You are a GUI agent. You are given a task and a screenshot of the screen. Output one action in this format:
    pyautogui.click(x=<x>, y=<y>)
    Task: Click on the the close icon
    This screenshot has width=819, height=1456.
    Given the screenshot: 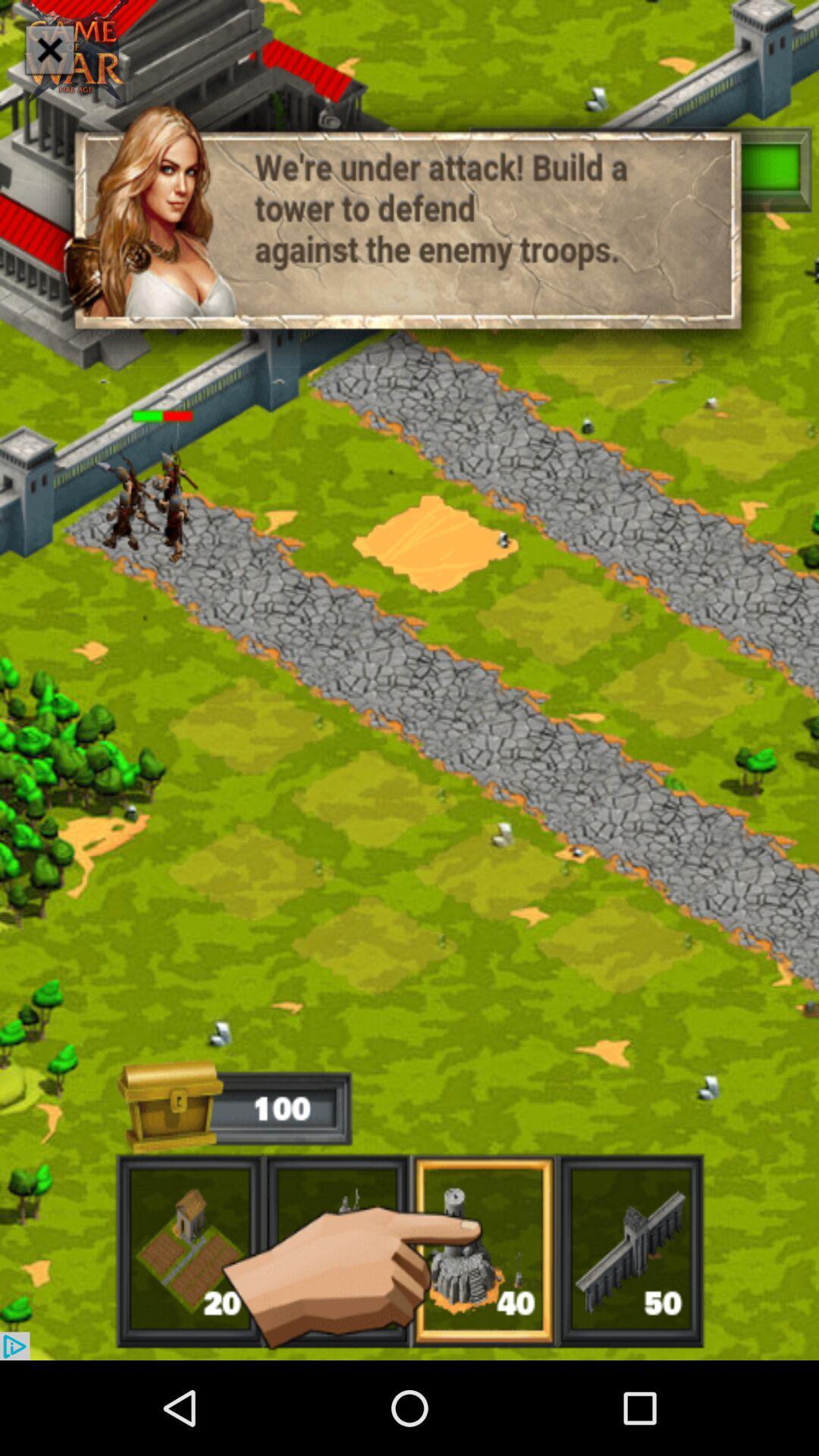 What is the action you would take?
    pyautogui.click(x=49, y=53)
    